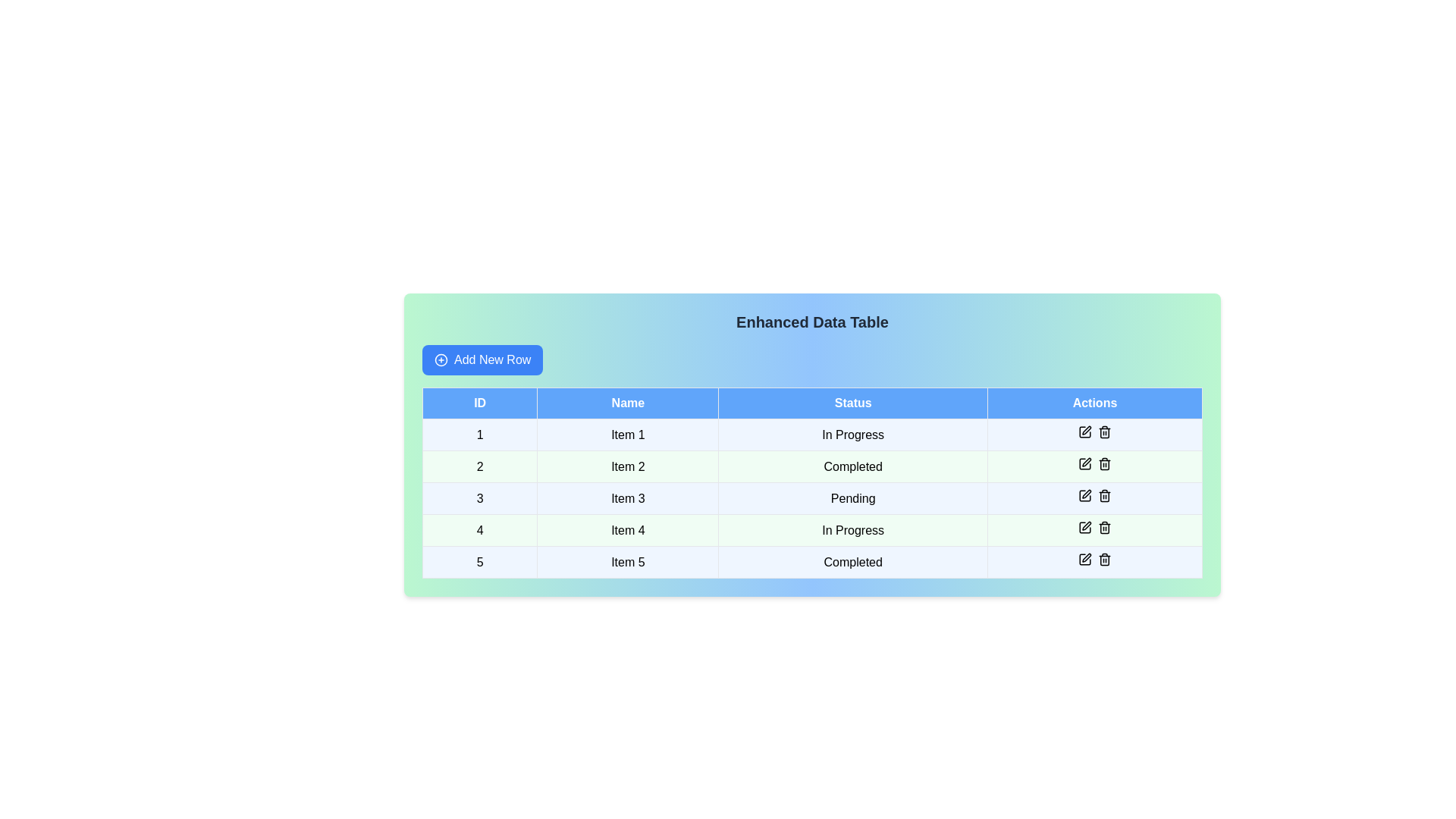 The width and height of the screenshot is (1456, 819). What do you see at coordinates (811, 498) in the screenshot?
I see `the third row in the data table, which includes ID '3', name 'Item 3', and status 'Pending'` at bounding box center [811, 498].